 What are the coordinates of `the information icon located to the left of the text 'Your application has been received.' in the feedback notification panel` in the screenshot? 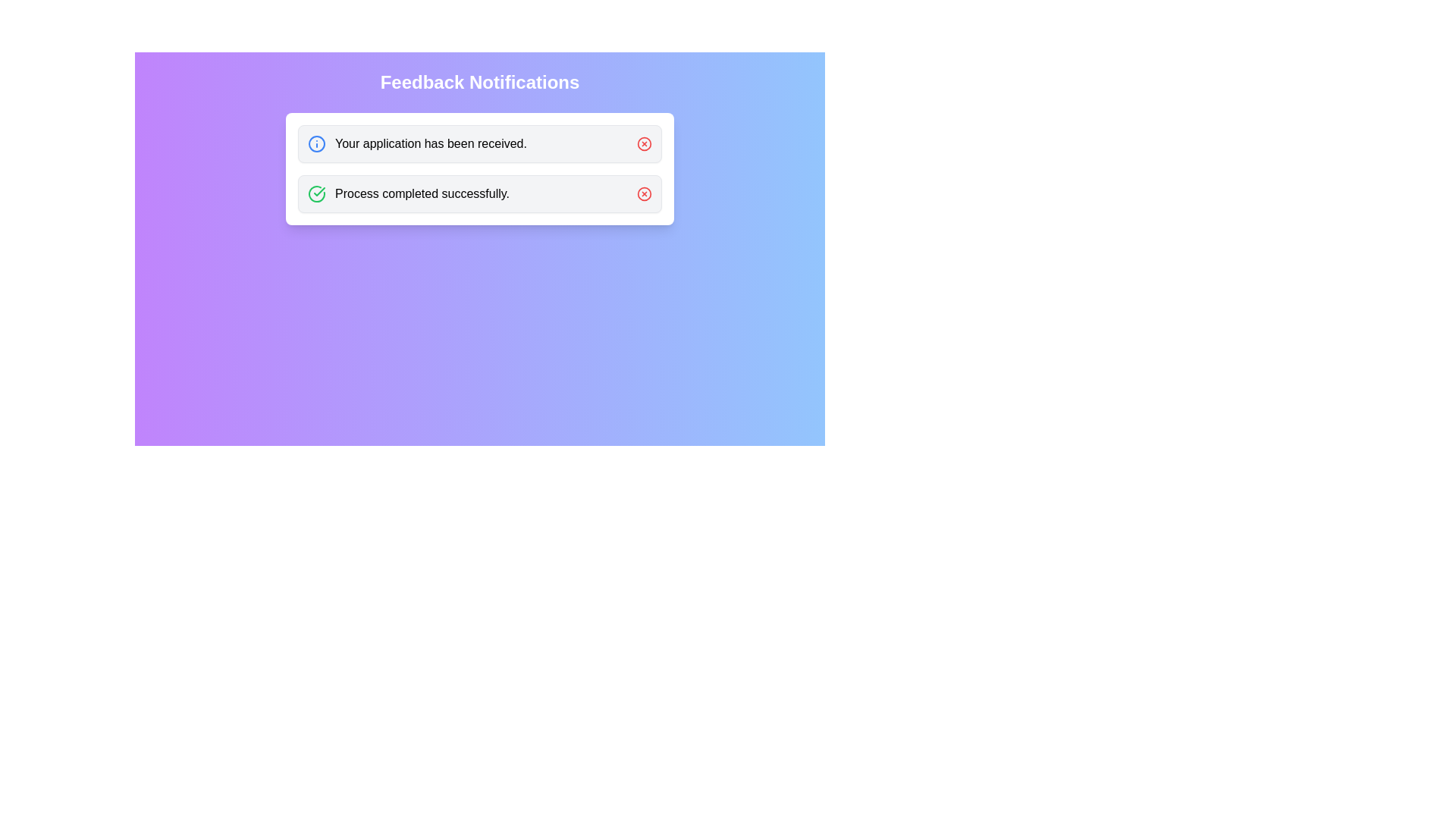 It's located at (315, 143).